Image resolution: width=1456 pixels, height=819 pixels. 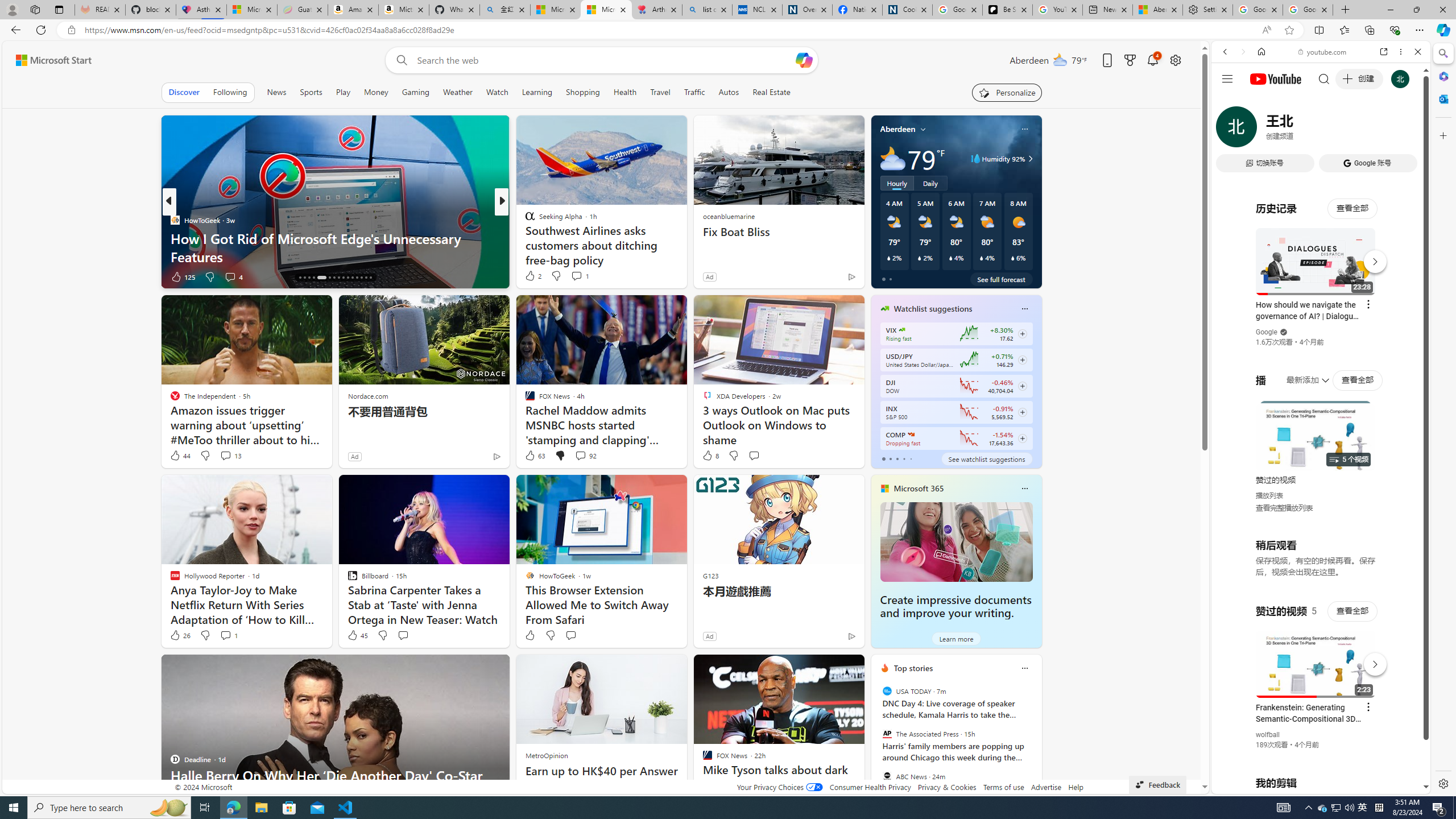 I want to click on 'Daily', so click(x=929, y=183).